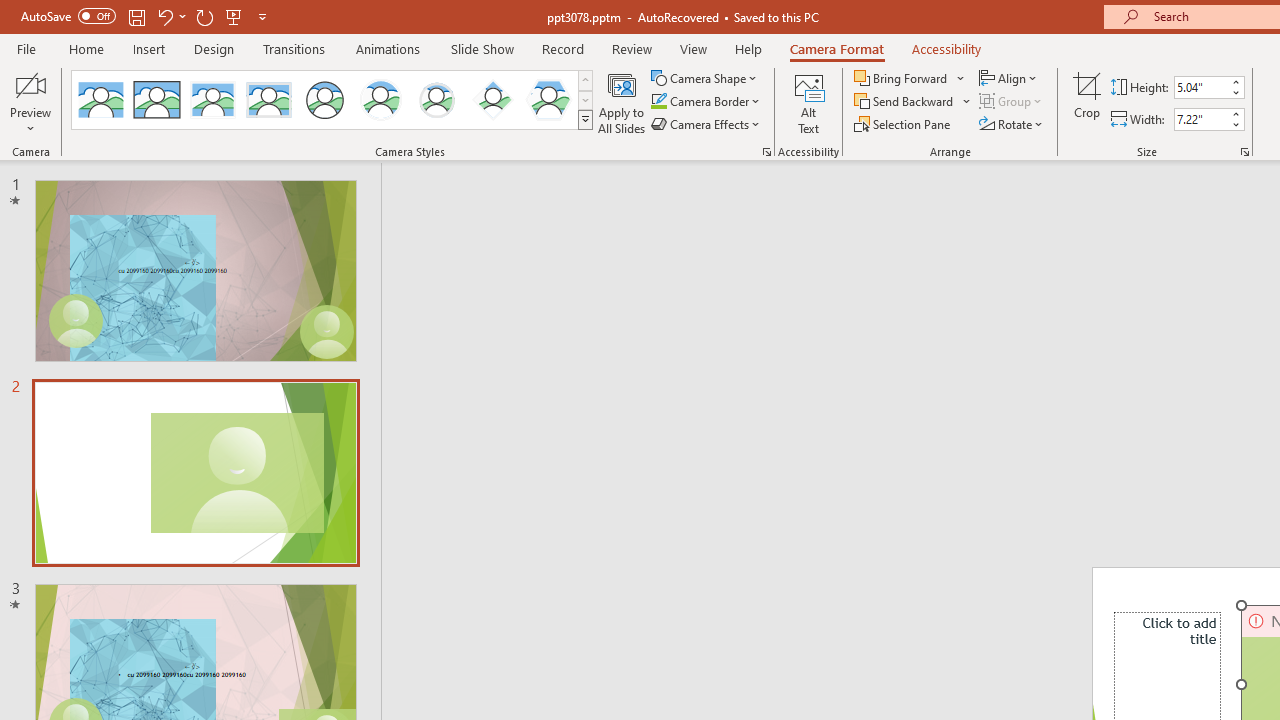  What do you see at coordinates (705, 77) in the screenshot?
I see `'Camera Shape'` at bounding box center [705, 77].